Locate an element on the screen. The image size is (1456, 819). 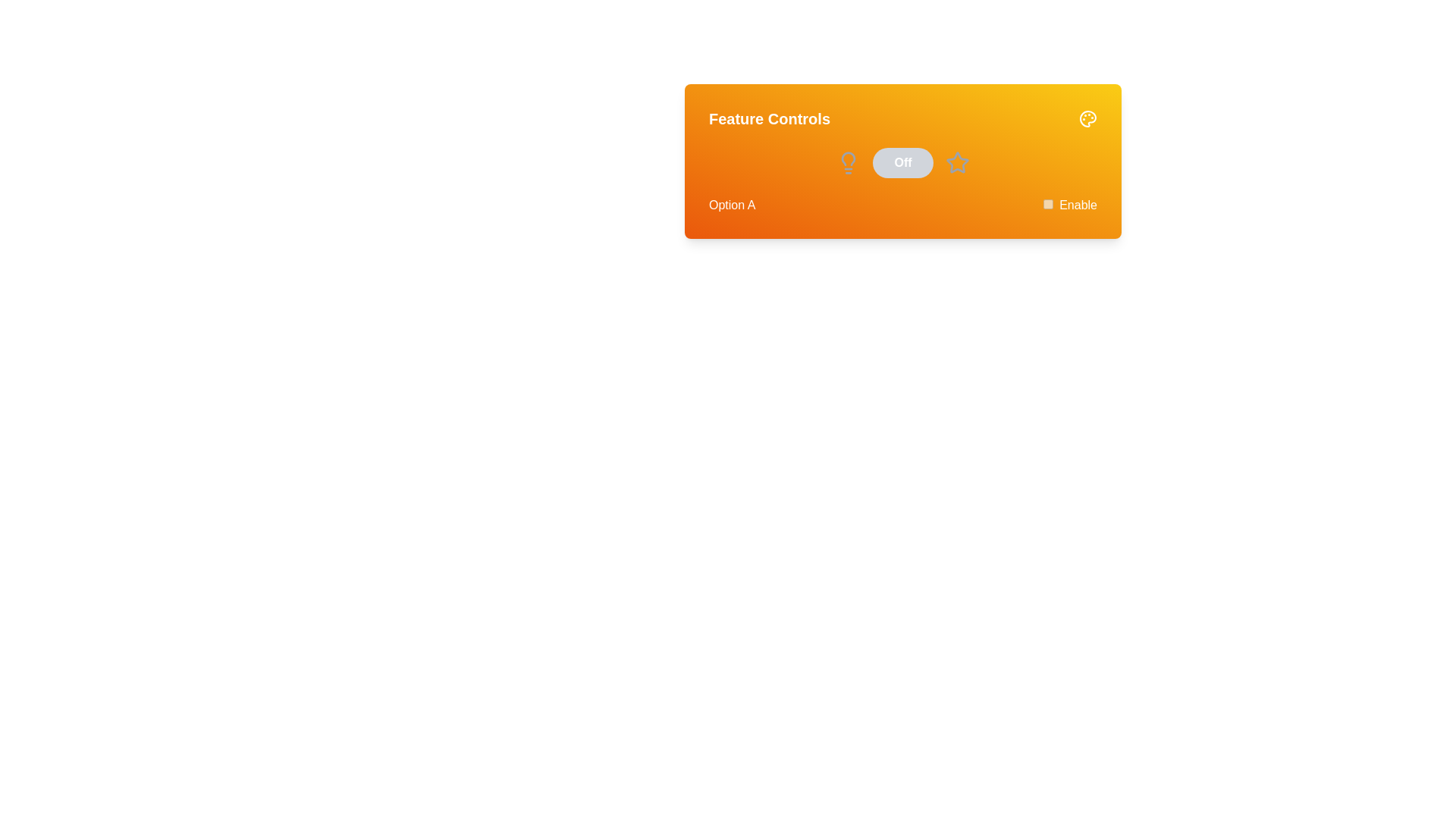
the toggle option within the 'Feature Controls' Control Panel to switch between 'Off' and 'Enable' is located at coordinates (902, 161).